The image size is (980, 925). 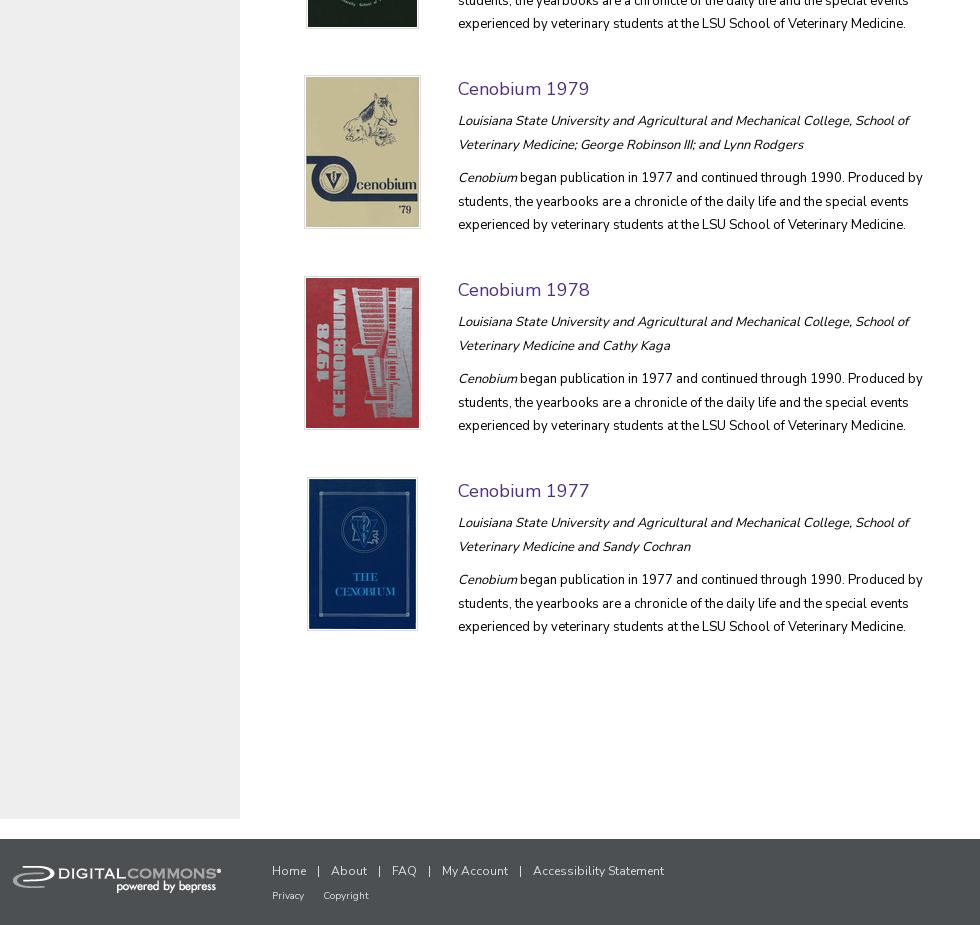 I want to click on 'Privacy', so click(x=272, y=895).